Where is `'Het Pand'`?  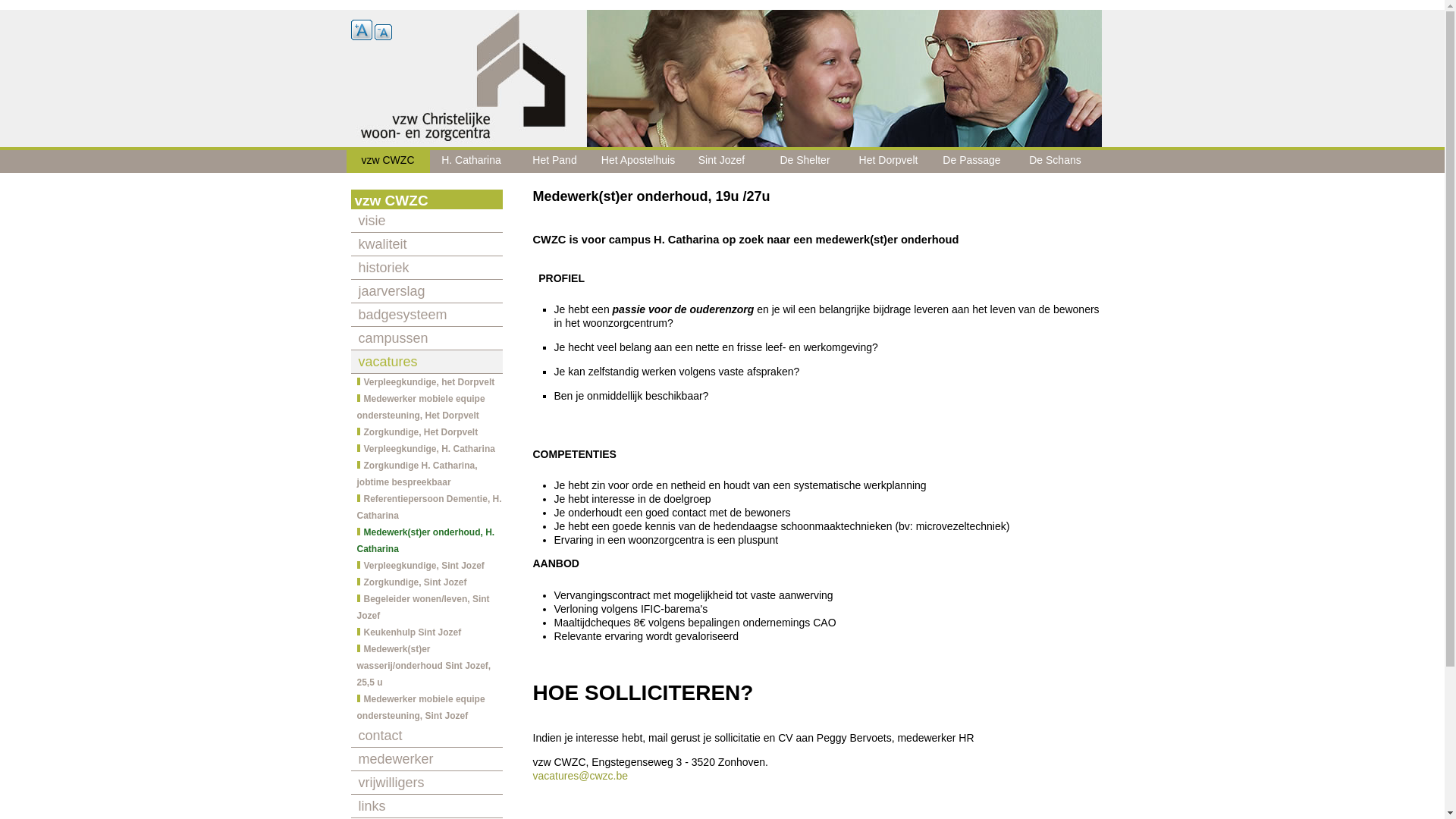 'Het Pand' is located at coordinates (553, 160).